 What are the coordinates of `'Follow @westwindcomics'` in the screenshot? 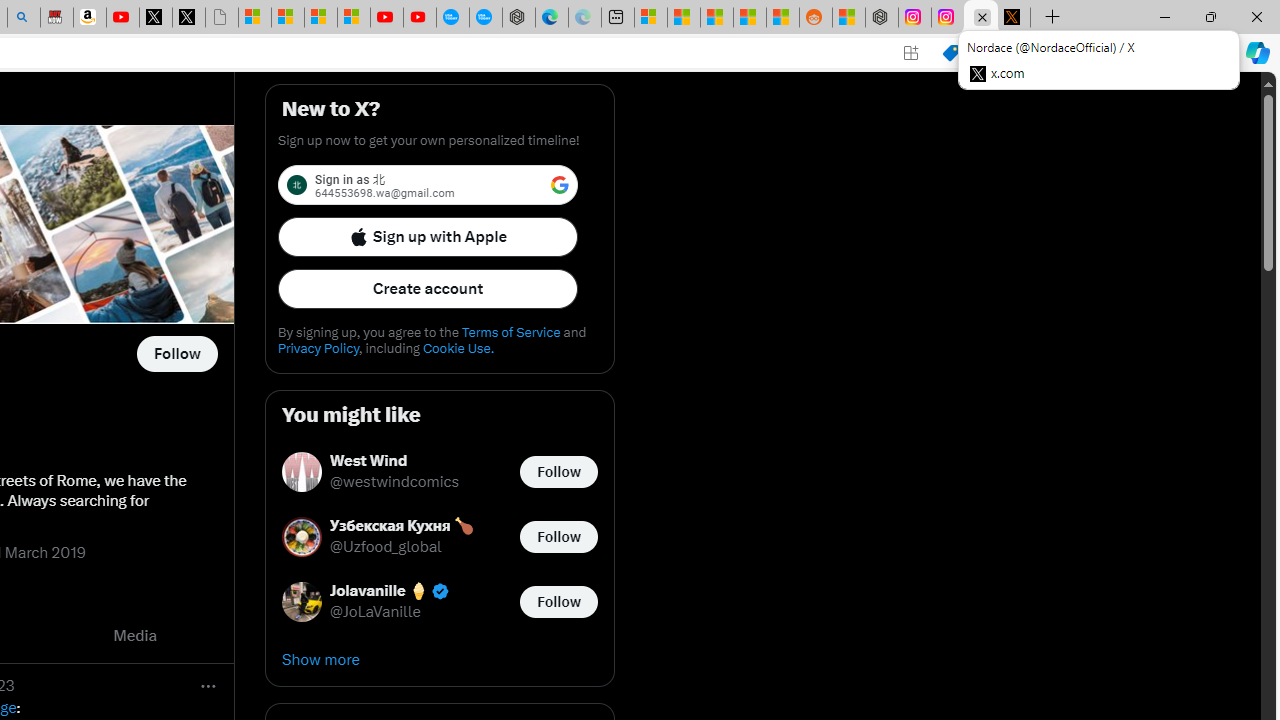 It's located at (558, 471).